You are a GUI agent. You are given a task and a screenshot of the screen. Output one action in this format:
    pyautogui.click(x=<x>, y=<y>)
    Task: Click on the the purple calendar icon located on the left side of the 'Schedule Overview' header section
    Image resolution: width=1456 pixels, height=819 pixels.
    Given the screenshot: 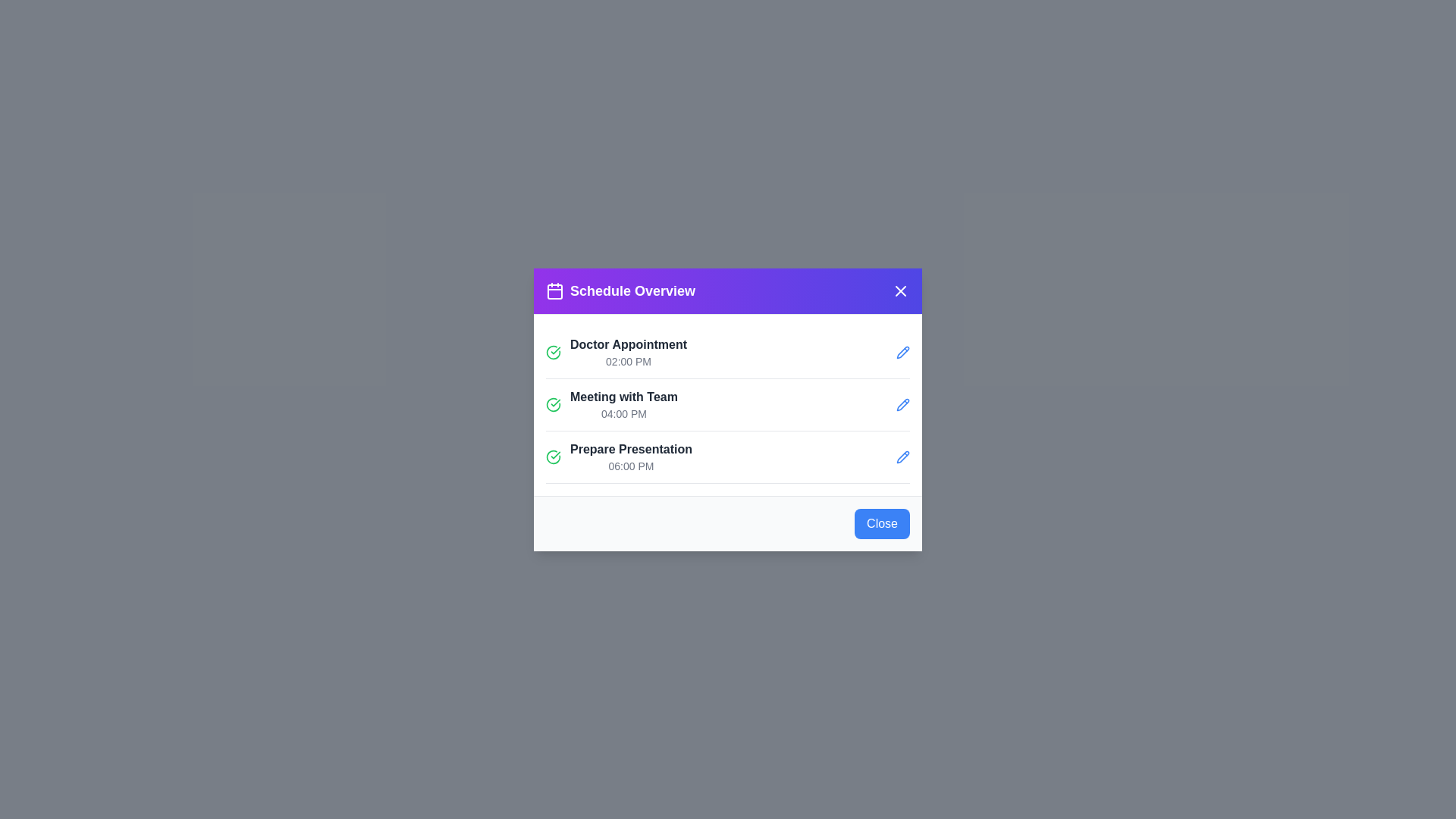 What is the action you would take?
    pyautogui.click(x=554, y=290)
    